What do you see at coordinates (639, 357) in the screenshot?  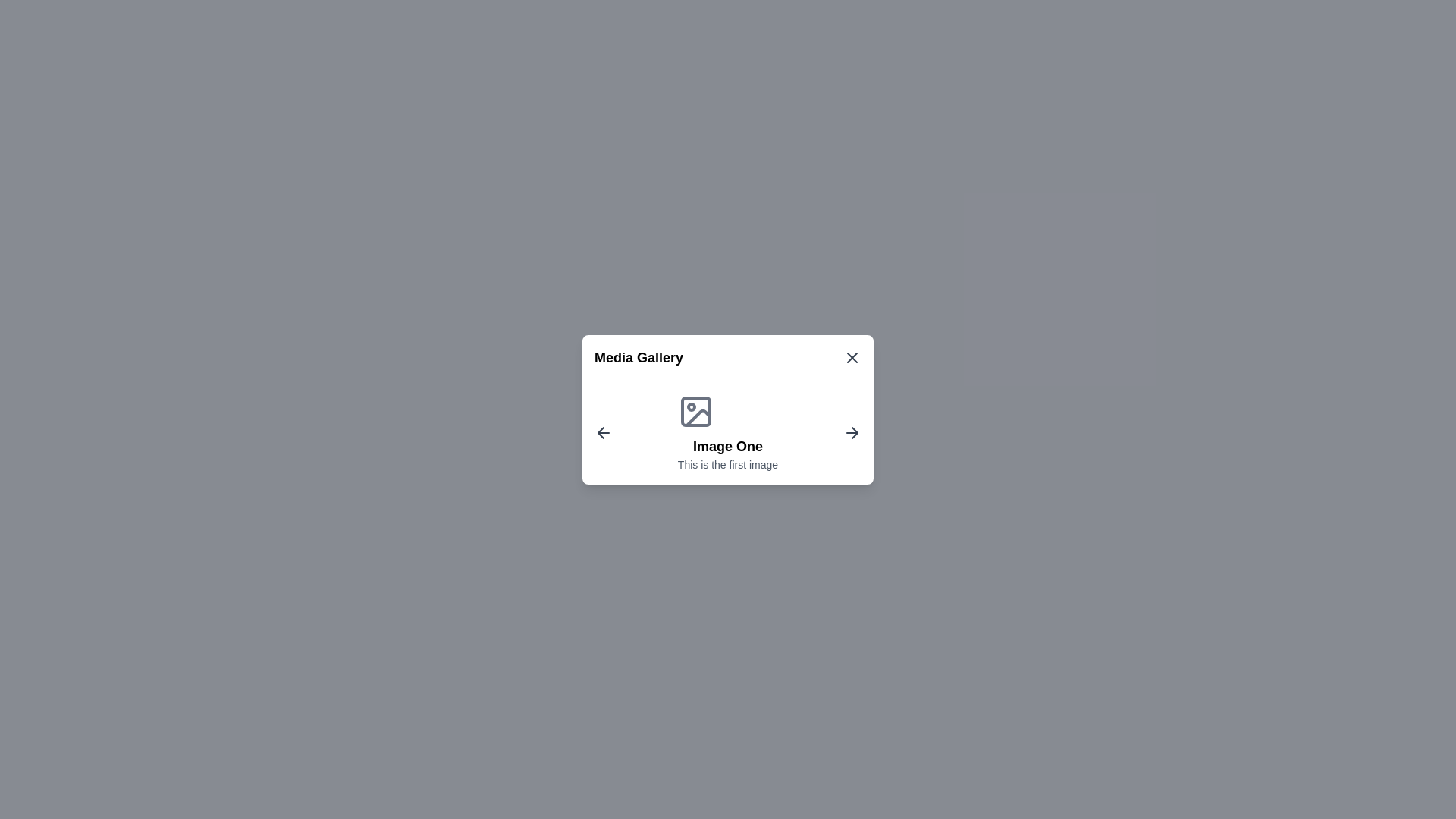 I see `the Title or Header Text of the media gallery section, which is positioned at the top left of the horizontally aligned header bar` at bounding box center [639, 357].